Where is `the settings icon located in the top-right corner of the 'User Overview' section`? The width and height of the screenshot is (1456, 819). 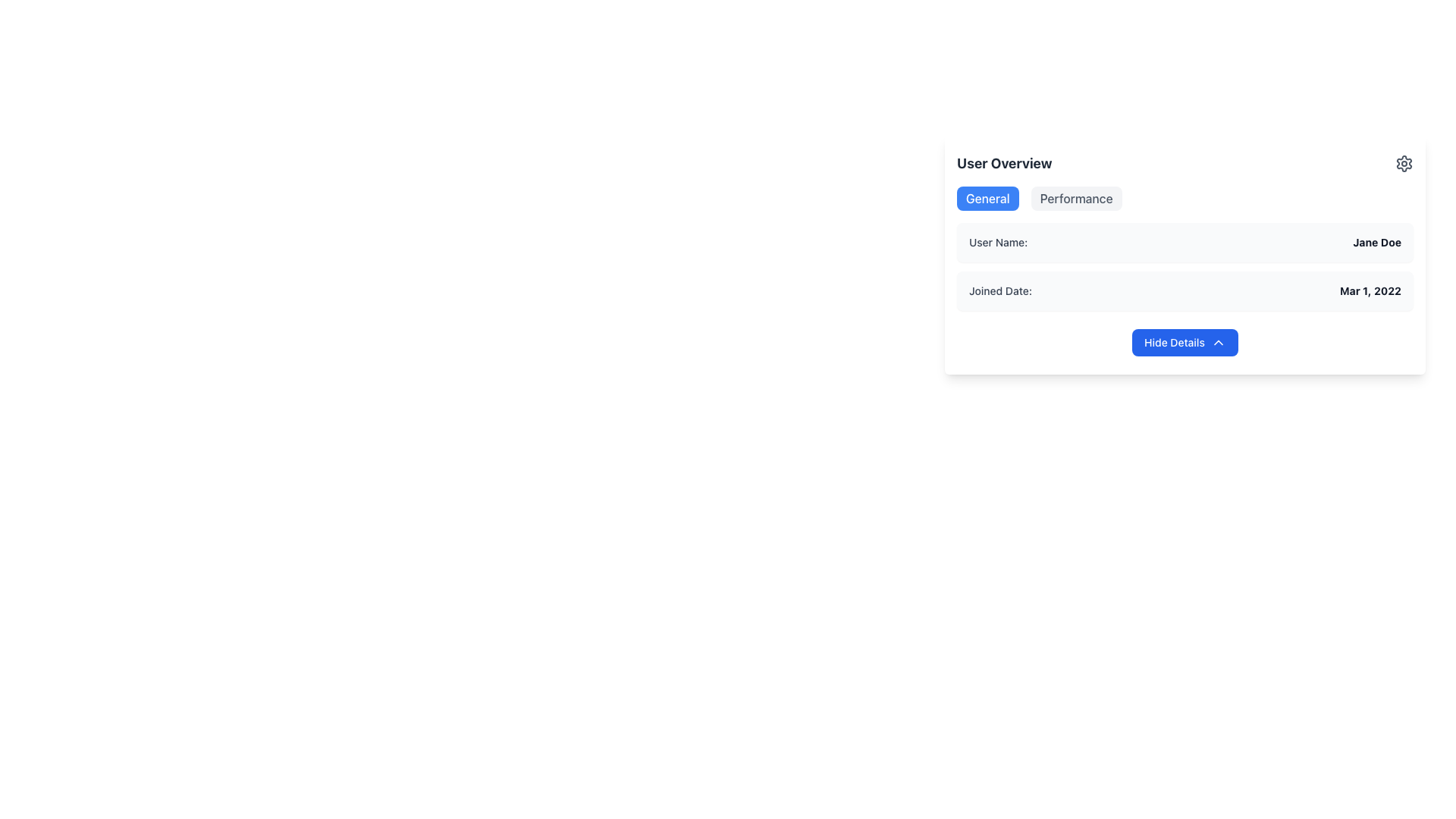 the settings icon located in the top-right corner of the 'User Overview' section is located at coordinates (1404, 164).